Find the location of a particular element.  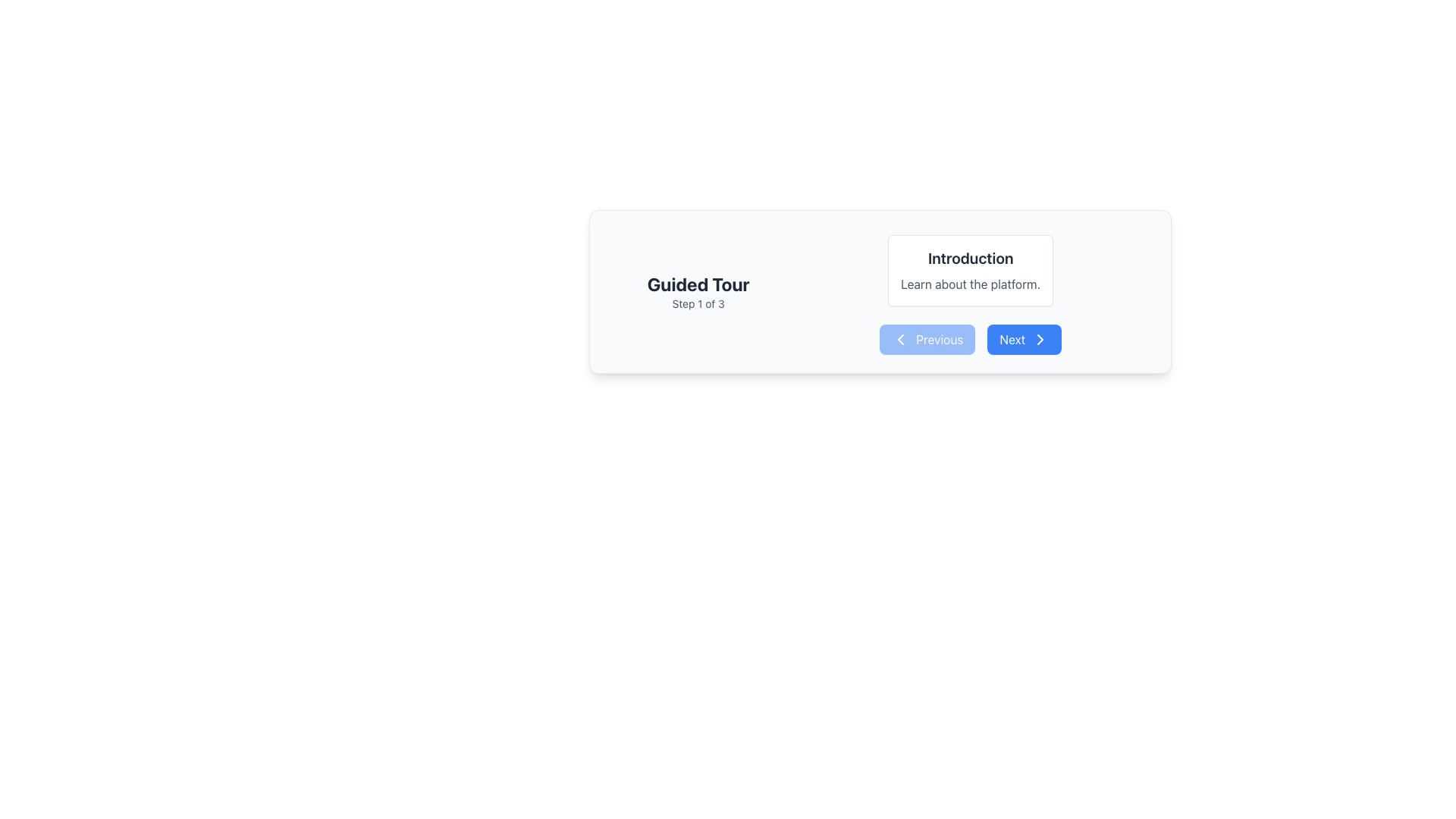

the 'Previous' button with a blue background and white text, located at the bottom left of the navigation button group is located at coordinates (927, 338).